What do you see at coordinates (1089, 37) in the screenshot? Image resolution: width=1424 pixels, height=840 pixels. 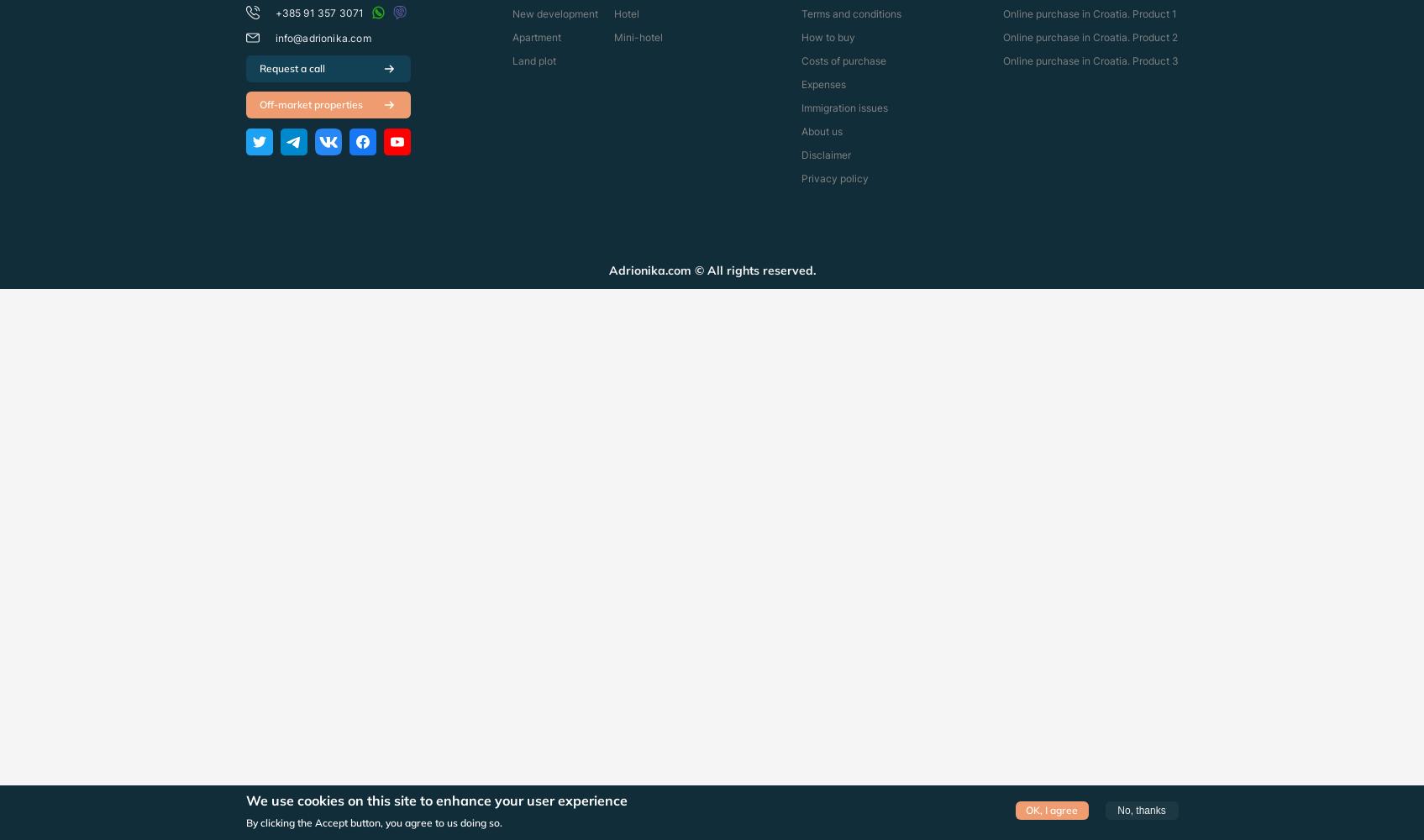 I see `'Online purchase in Croatia. Product 2'` at bounding box center [1089, 37].